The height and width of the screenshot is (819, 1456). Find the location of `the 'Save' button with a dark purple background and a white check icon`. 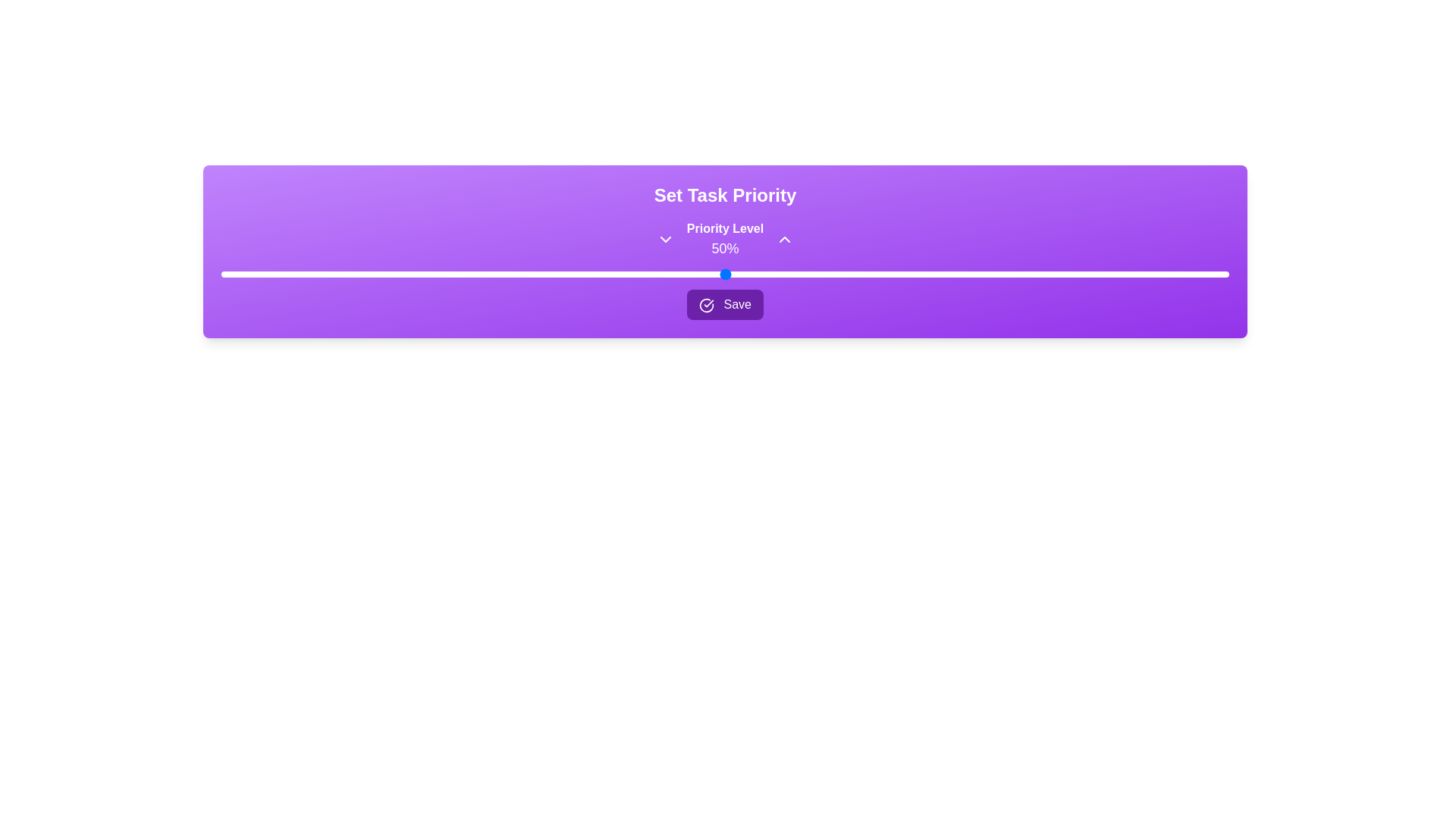

the 'Save' button with a dark purple background and a white check icon is located at coordinates (724, 304).